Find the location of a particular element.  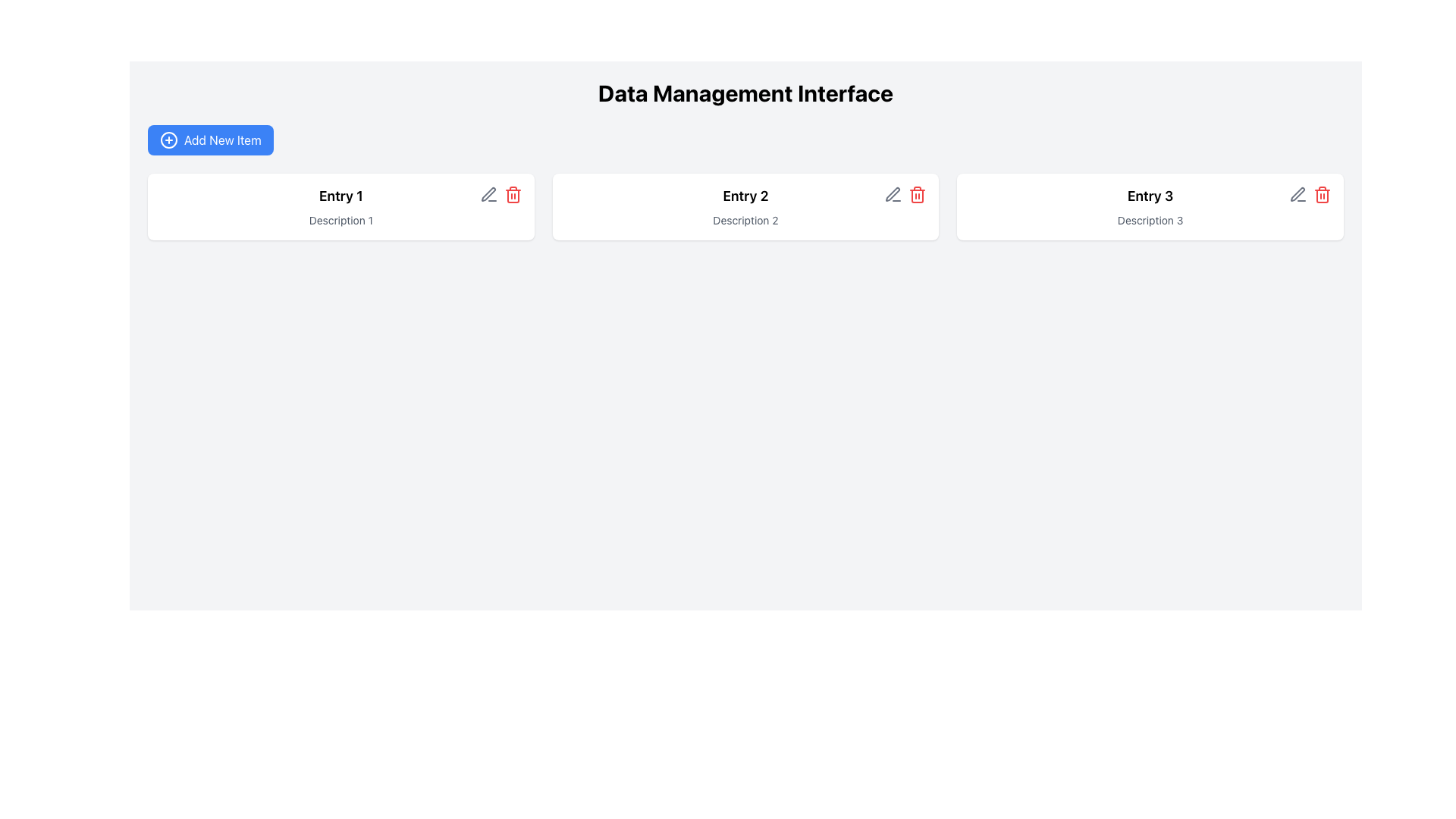

the static description text located directly below the 'Entry 2' heading in the middle panel, which provides additional non-interactive information is located at coordinates (745, 220).